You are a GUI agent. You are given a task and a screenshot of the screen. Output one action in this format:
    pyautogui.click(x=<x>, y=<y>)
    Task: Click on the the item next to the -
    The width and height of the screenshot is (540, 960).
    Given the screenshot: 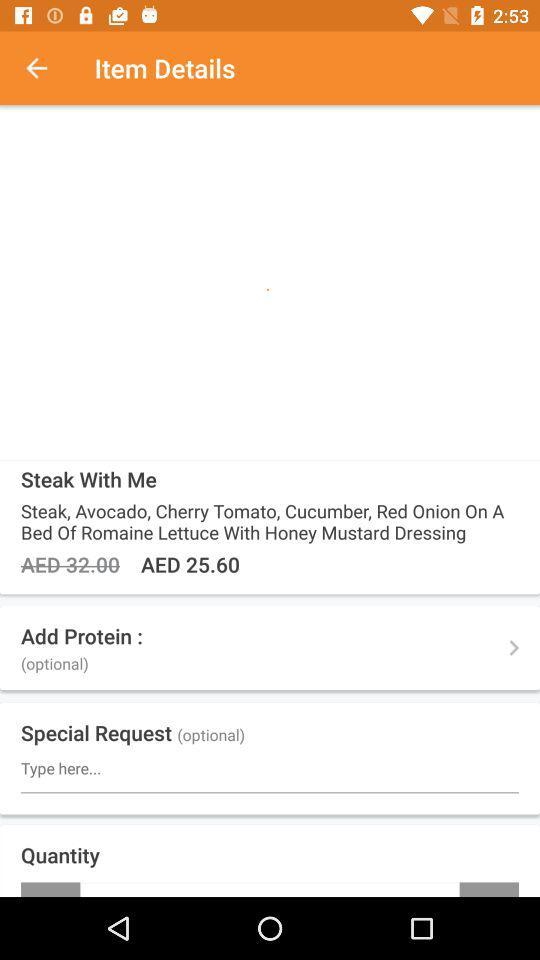 What is the action you would take?
    pyautogui.click(x=488, y=888)
    